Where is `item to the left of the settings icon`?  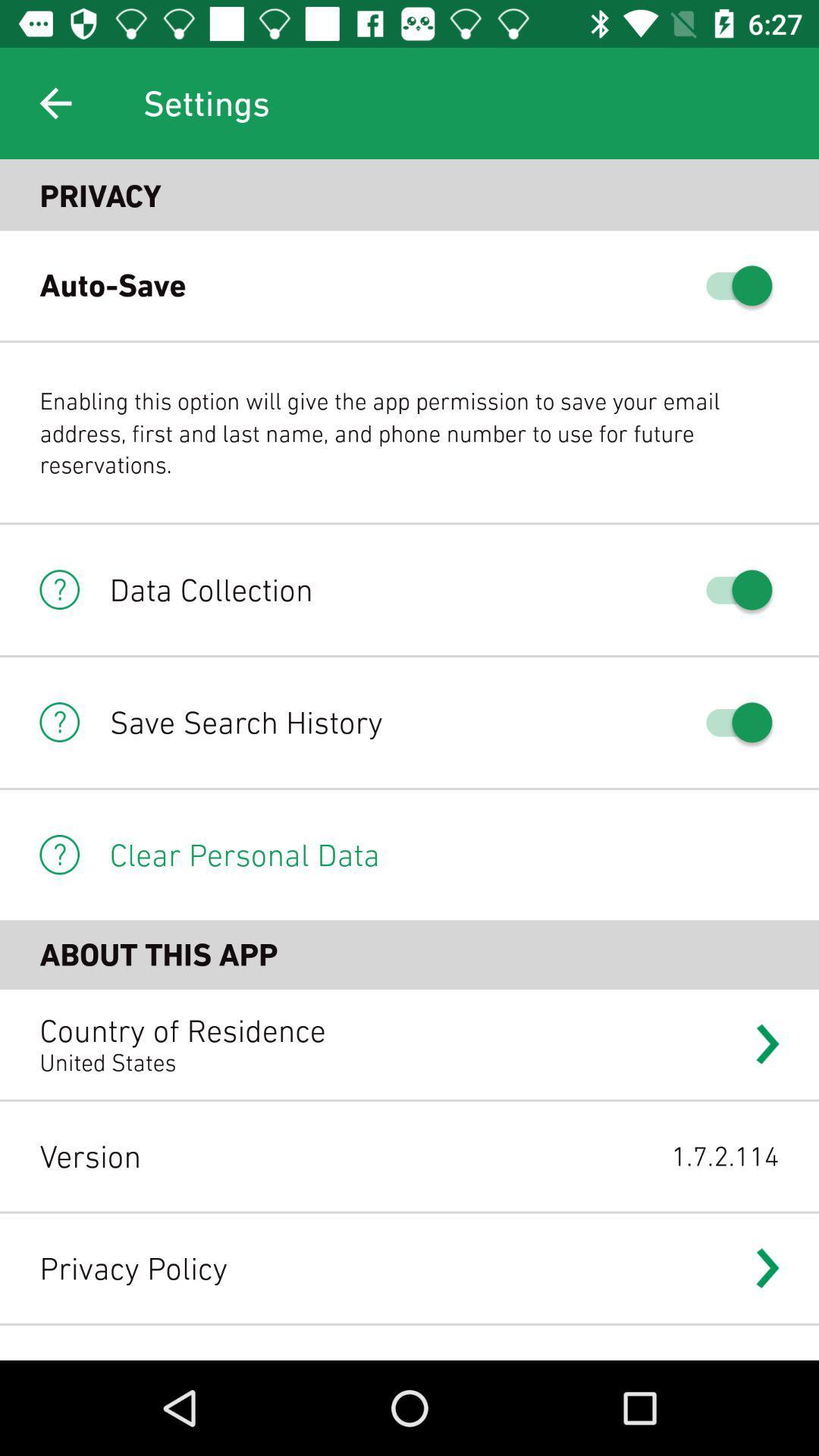 item to the left of the settings icon is located at coordinates (55, 102).